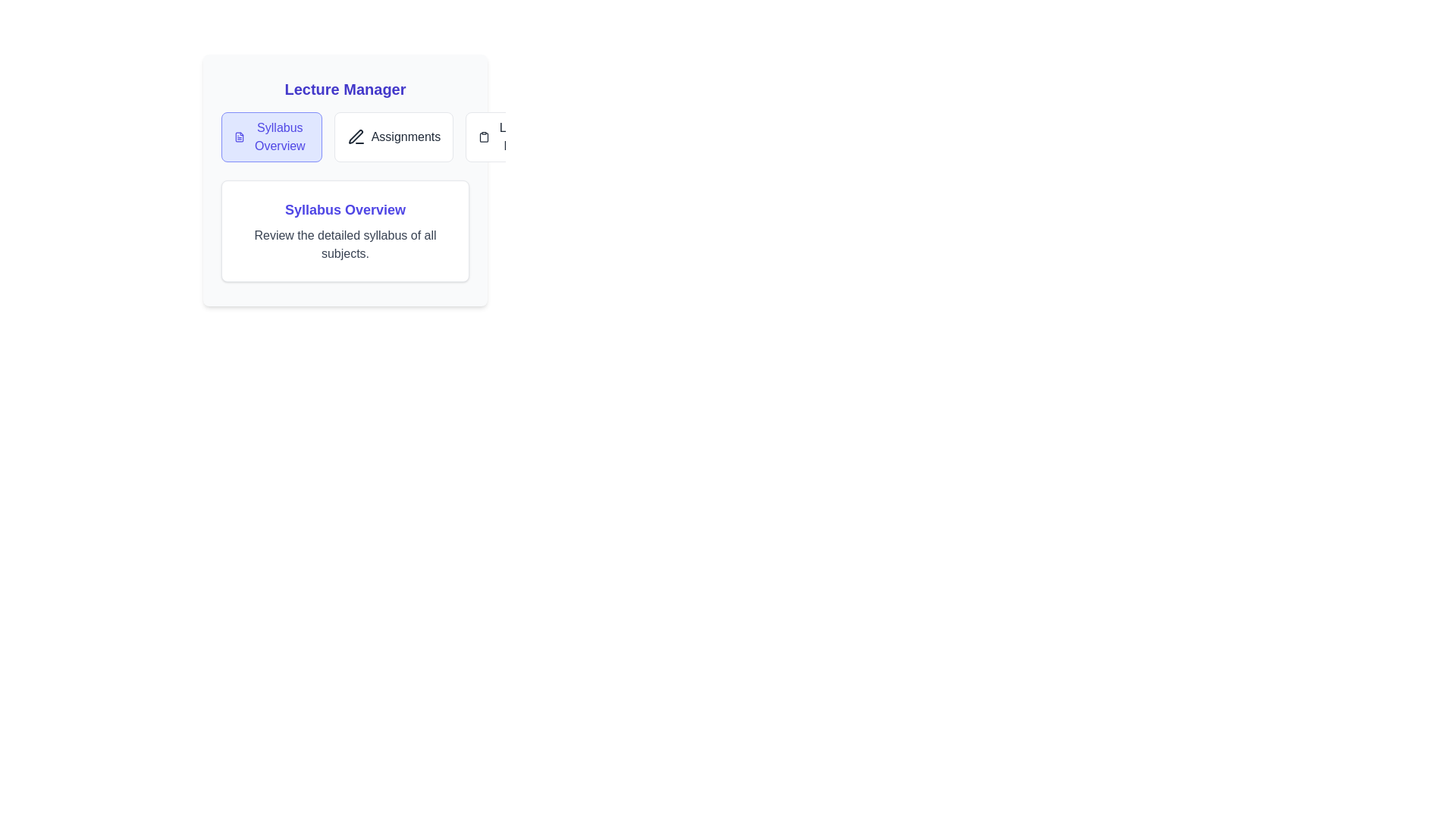 This screenshot has width=1456, height=819. I want to click on the document-like icon with a folded corner located near the top-right of the interface, adjacent to the 'Assignments' and 'Lecture Manager' buttons, so click(239, 137).